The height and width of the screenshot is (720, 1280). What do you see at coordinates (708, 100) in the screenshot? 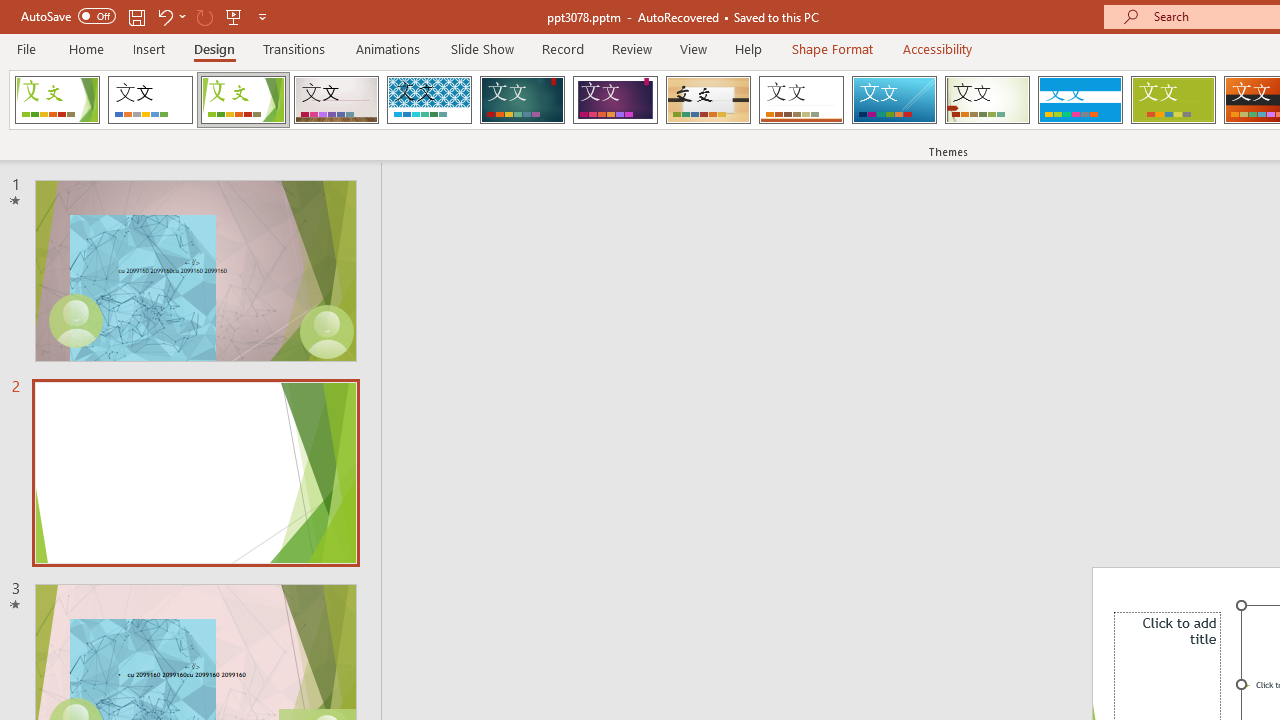
I see `'Organic'` at bounding box center [708, 100].